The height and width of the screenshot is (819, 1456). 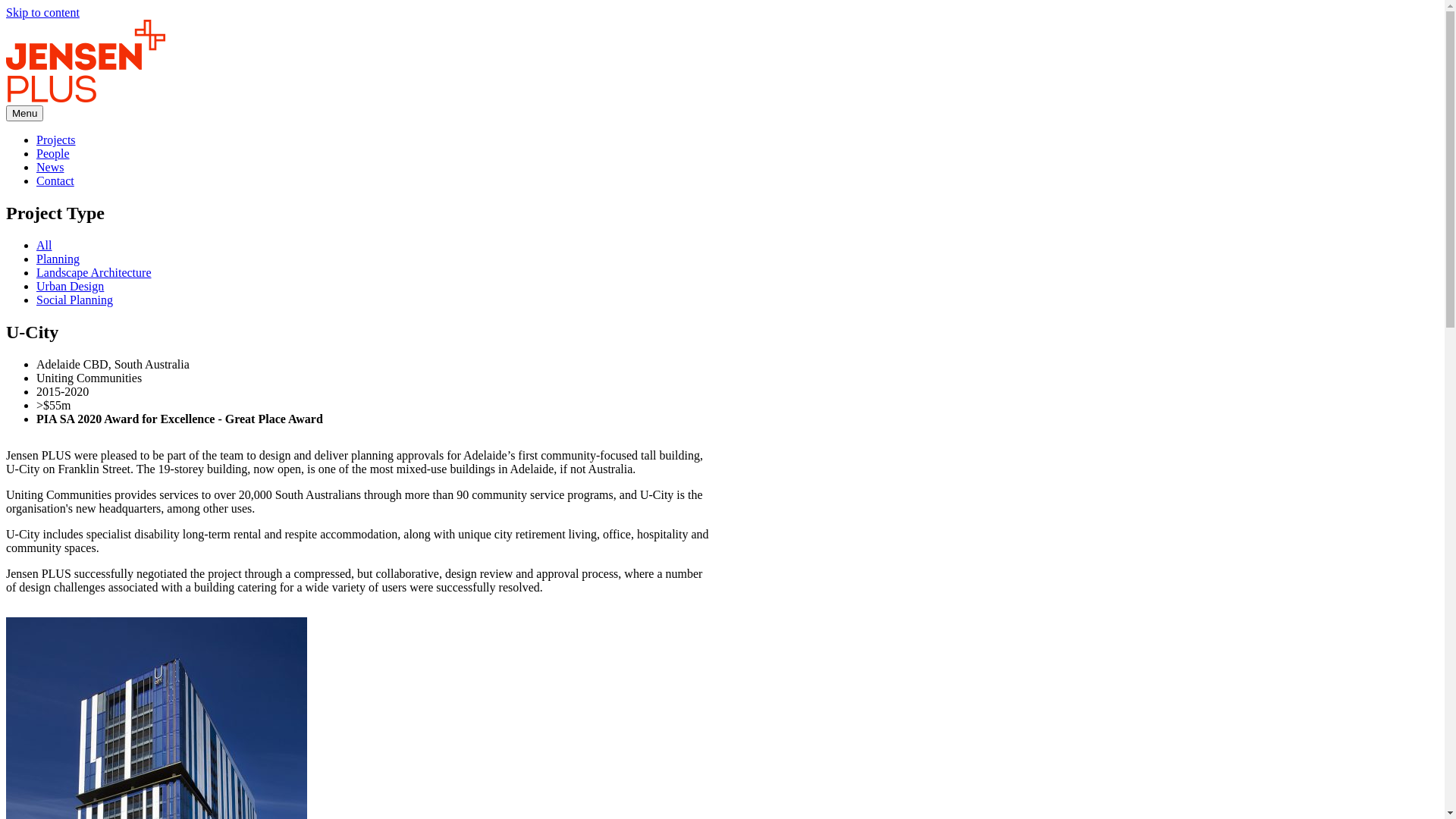 What do you see at coordinates (36, 244) in the screenshot?
I see `'All'` at bounding box center [36, 244].